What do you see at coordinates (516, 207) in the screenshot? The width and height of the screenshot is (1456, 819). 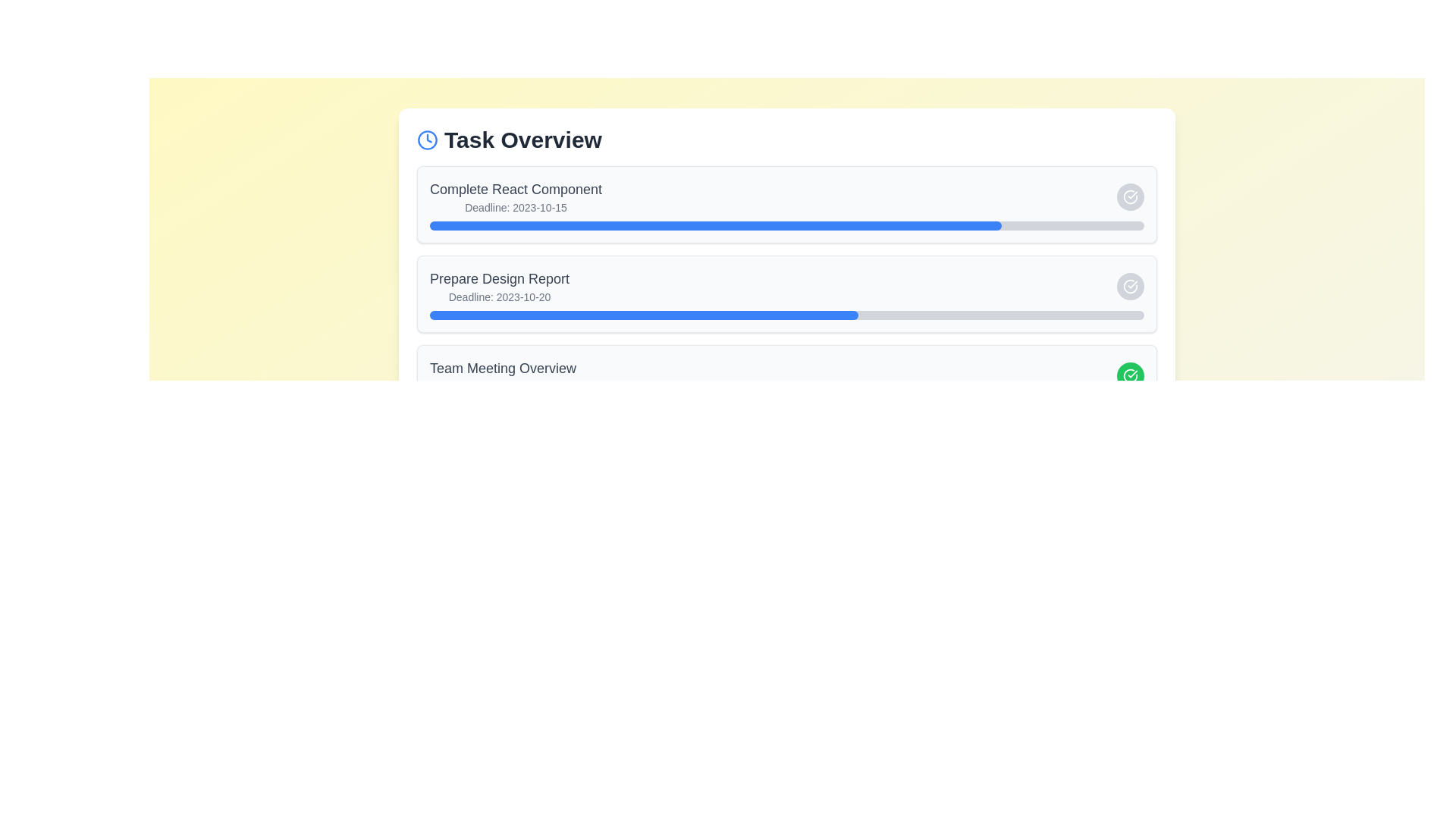 I see `deadline information displayed in the text label that shows 'Deadline: 2023-10-15', which is located beneath the 'Complete React Component' title` at bounding box center [516, 207].